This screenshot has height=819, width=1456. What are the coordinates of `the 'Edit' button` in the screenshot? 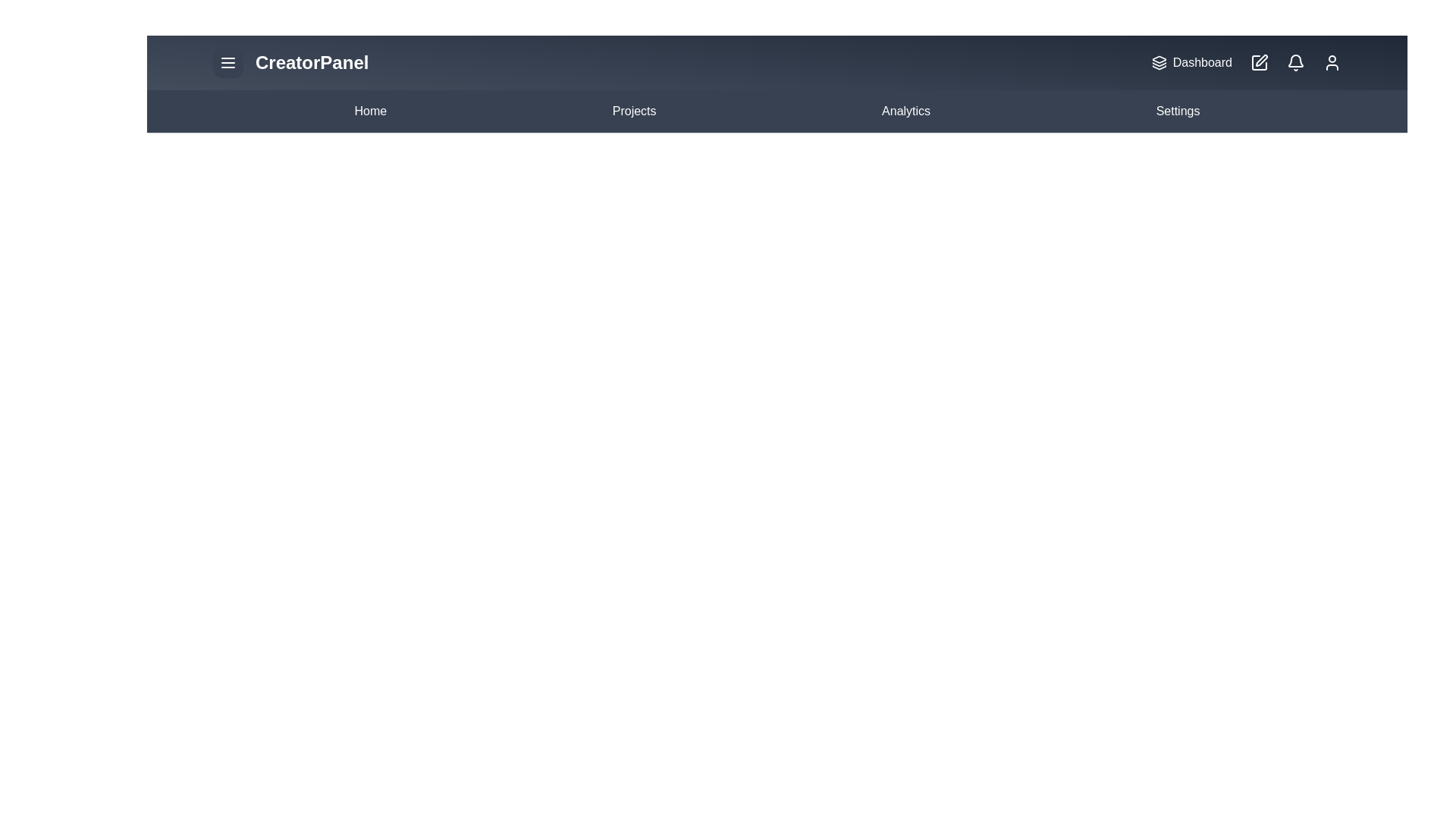 It's located at (1259, 62).